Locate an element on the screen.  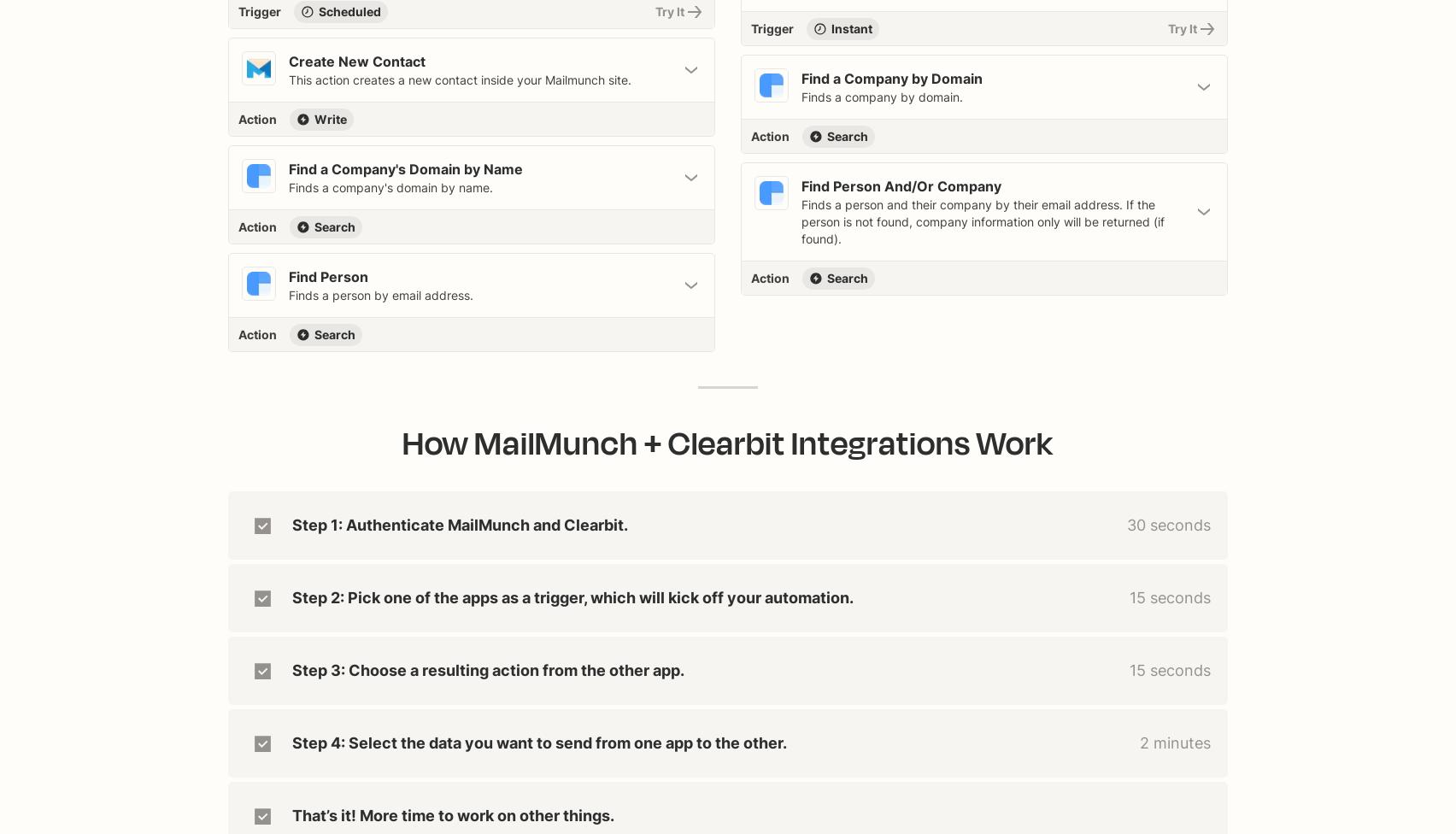
'This action creates a new contact inside your Mailmunch site.' is located at coordinates (460, 79).